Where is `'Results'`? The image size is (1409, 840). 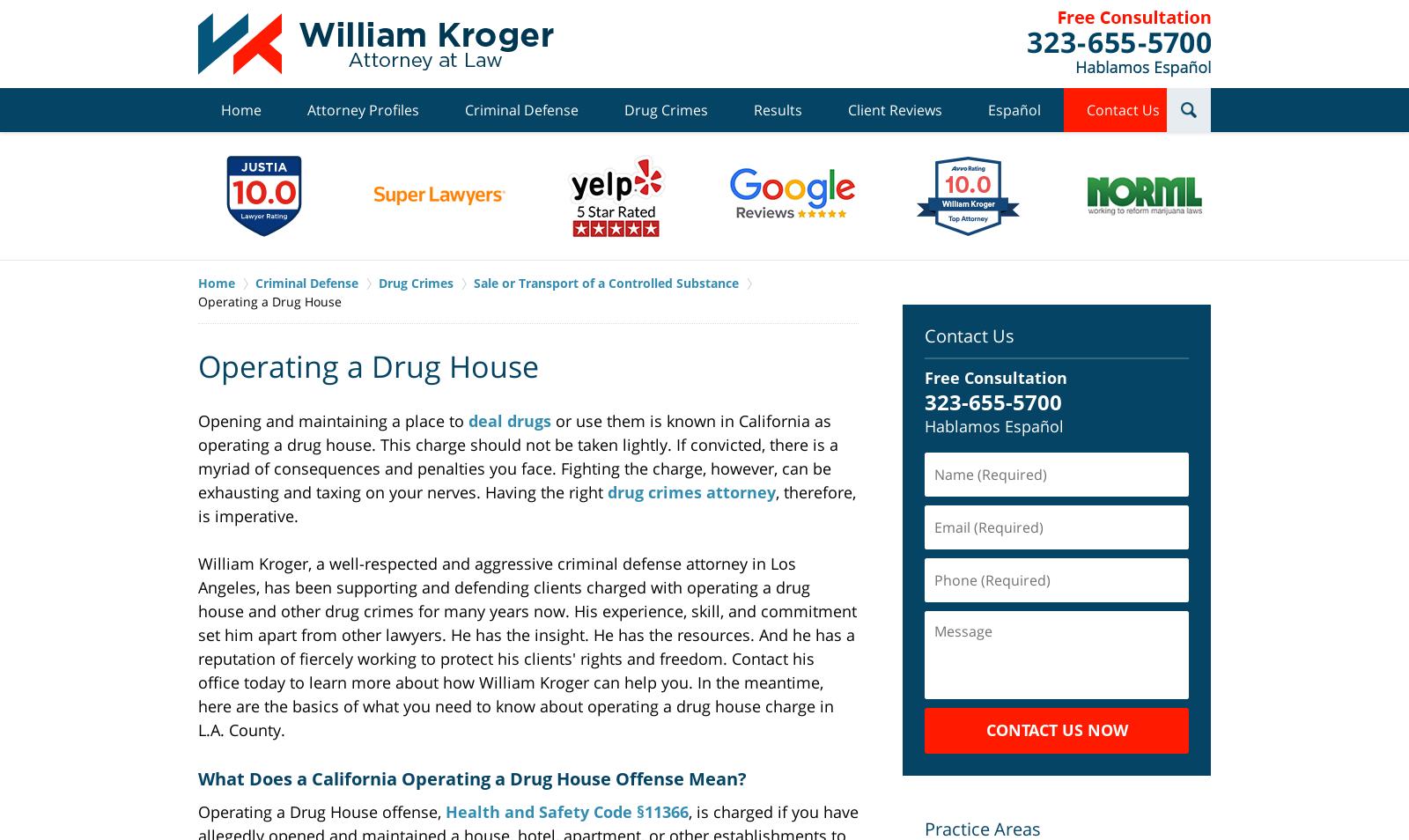 'Results' is located at coordinates (777, 108).